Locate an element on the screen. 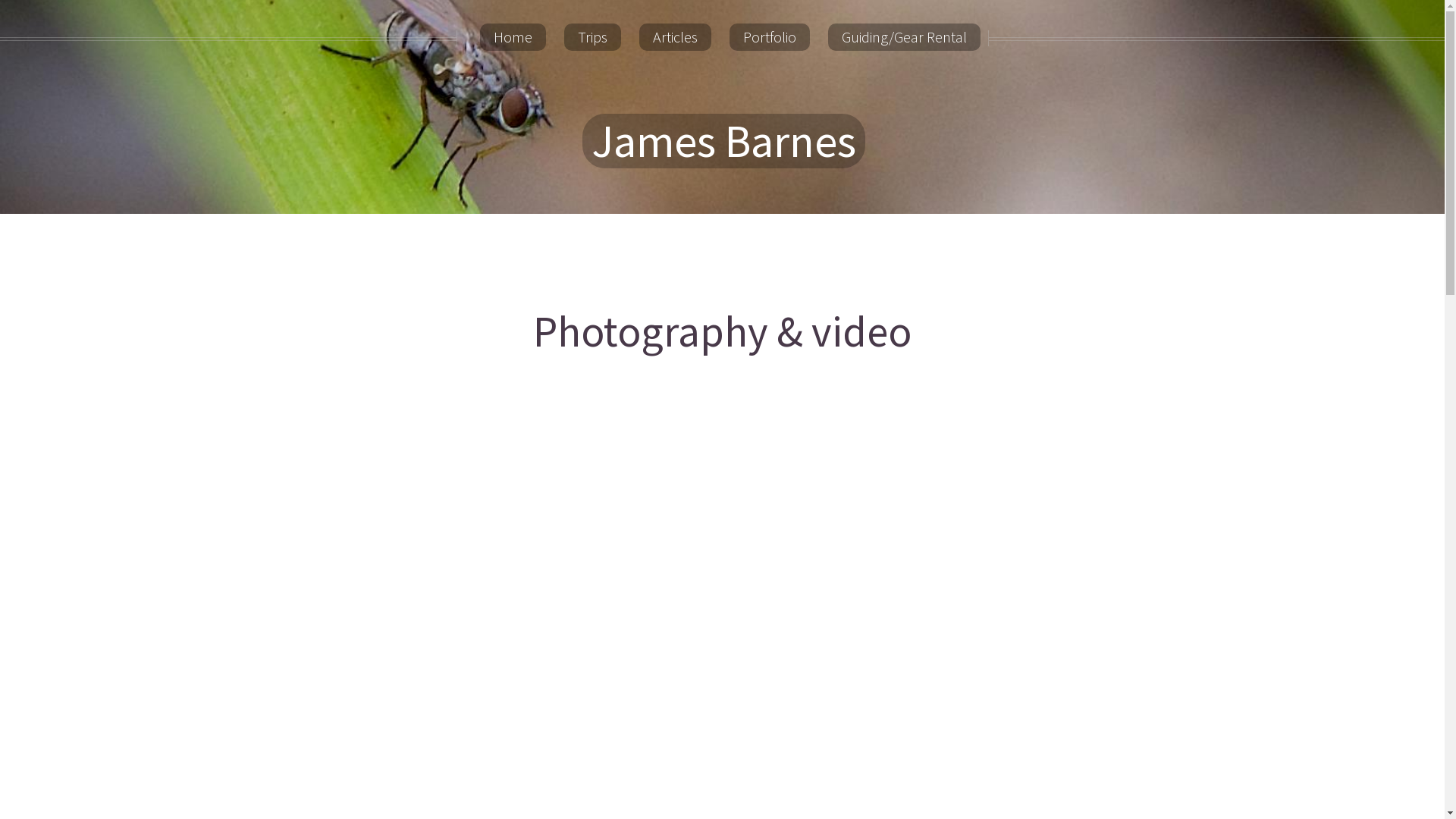 The height and width of the screenshot is (819, 1456). 'James Barnes' is located at coordinates (723, 140).